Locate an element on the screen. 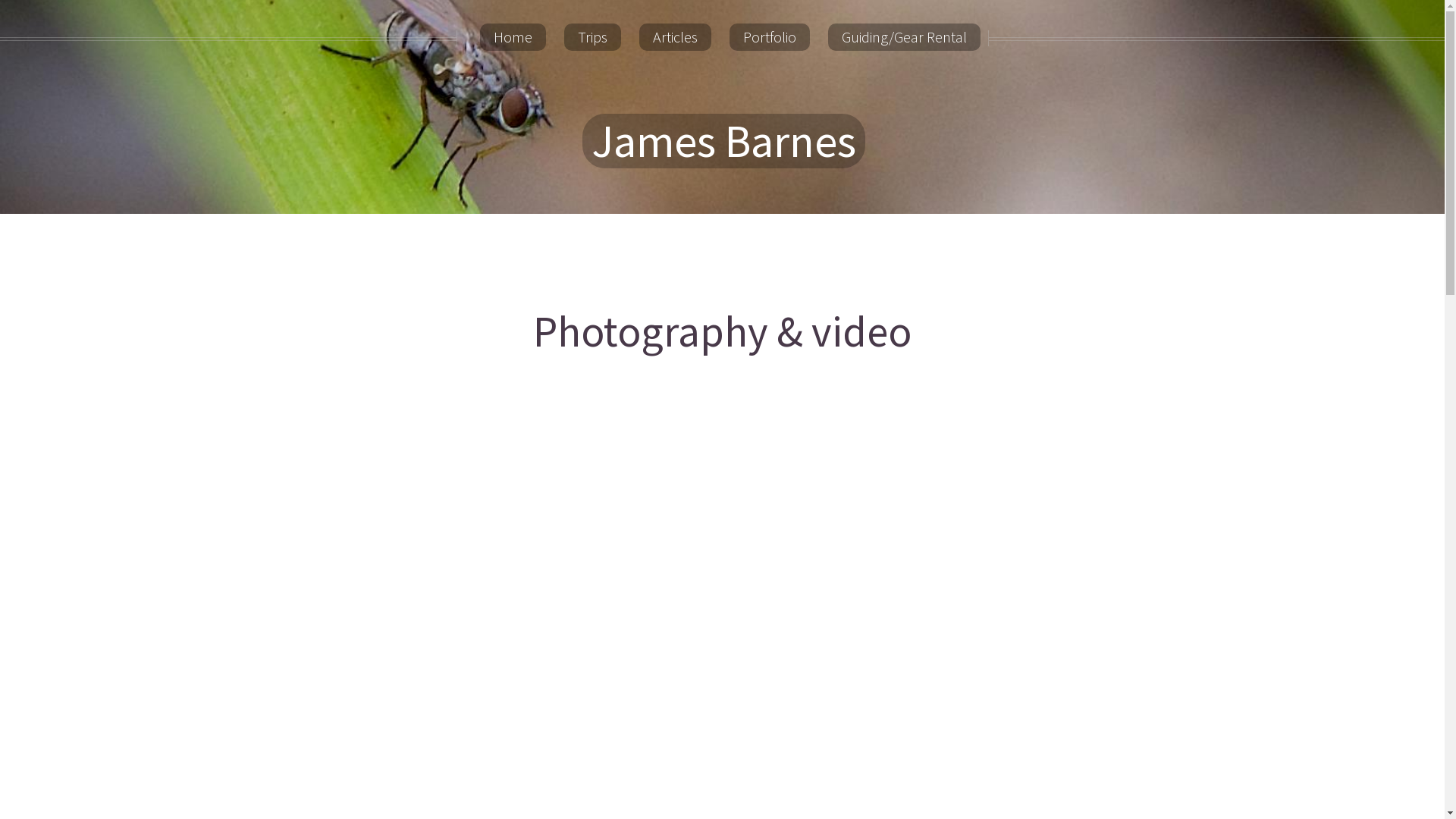 The height and width of the screenshot is (819, 1456). 'James Barnes' is located at coordinates (723, 140).